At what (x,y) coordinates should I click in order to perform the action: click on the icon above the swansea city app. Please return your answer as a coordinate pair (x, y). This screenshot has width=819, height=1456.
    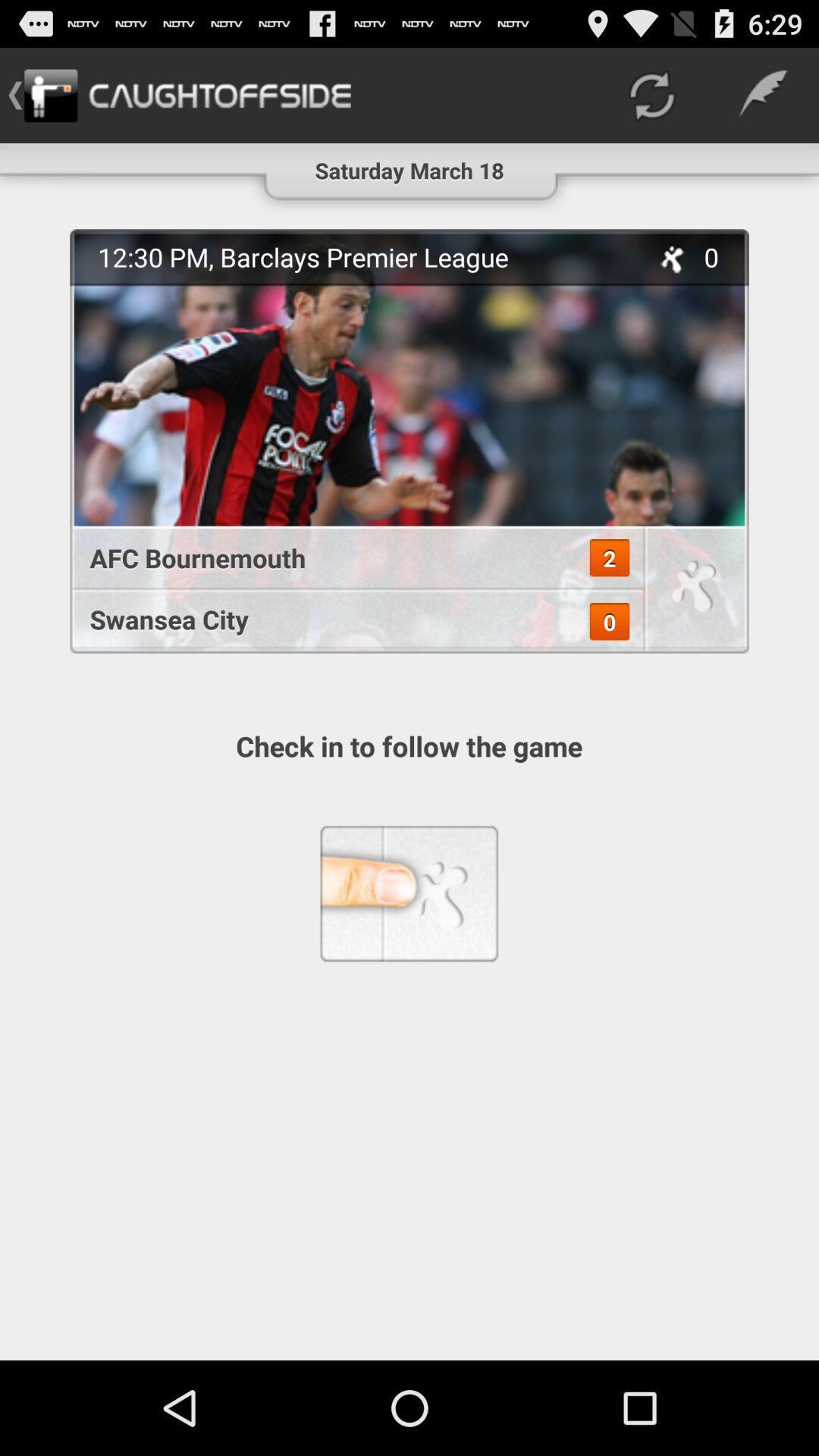
    Looking at the image, I should click on (608, 557).